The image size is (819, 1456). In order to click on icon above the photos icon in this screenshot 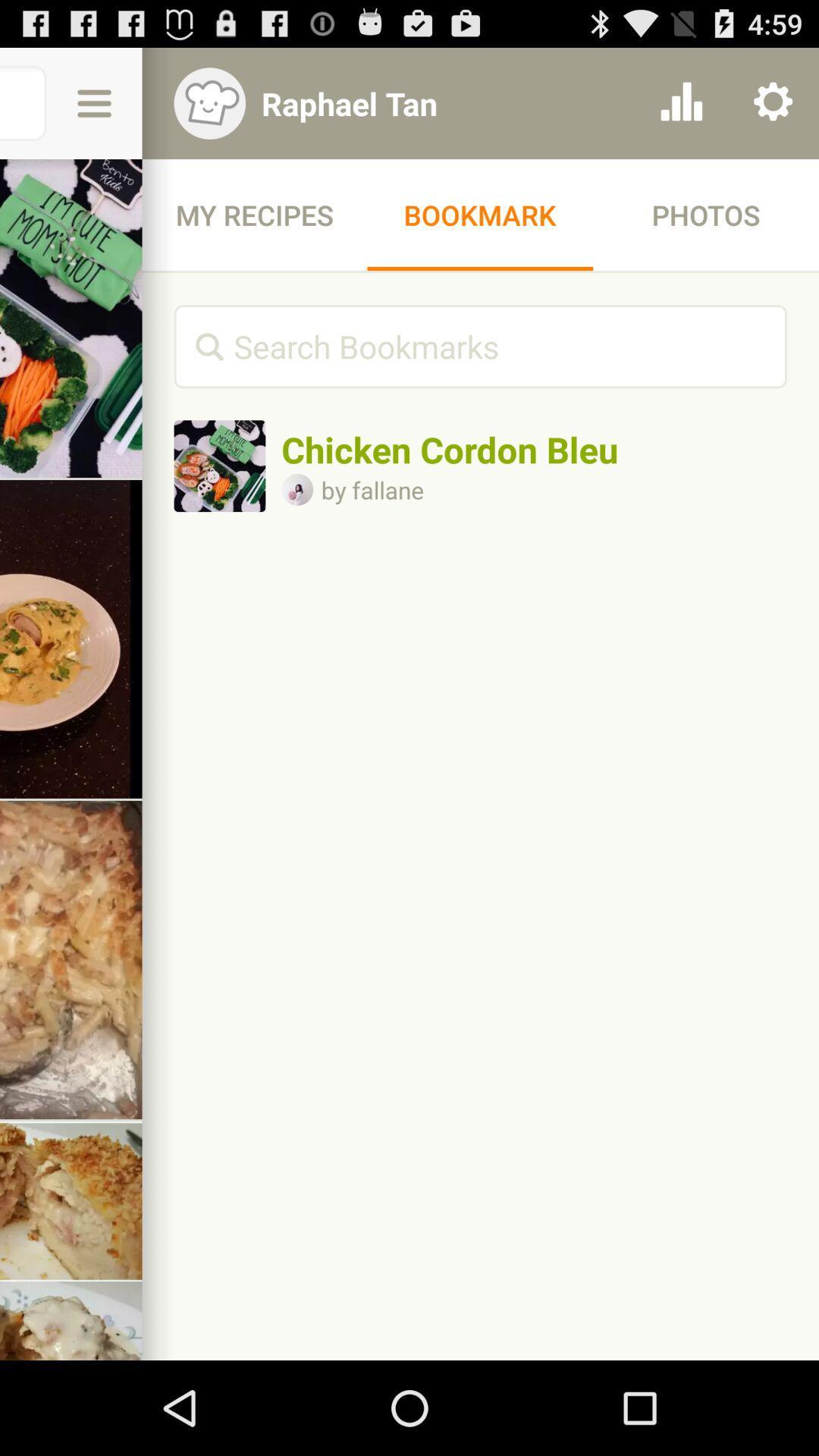, I will do `click(680, 102)`.